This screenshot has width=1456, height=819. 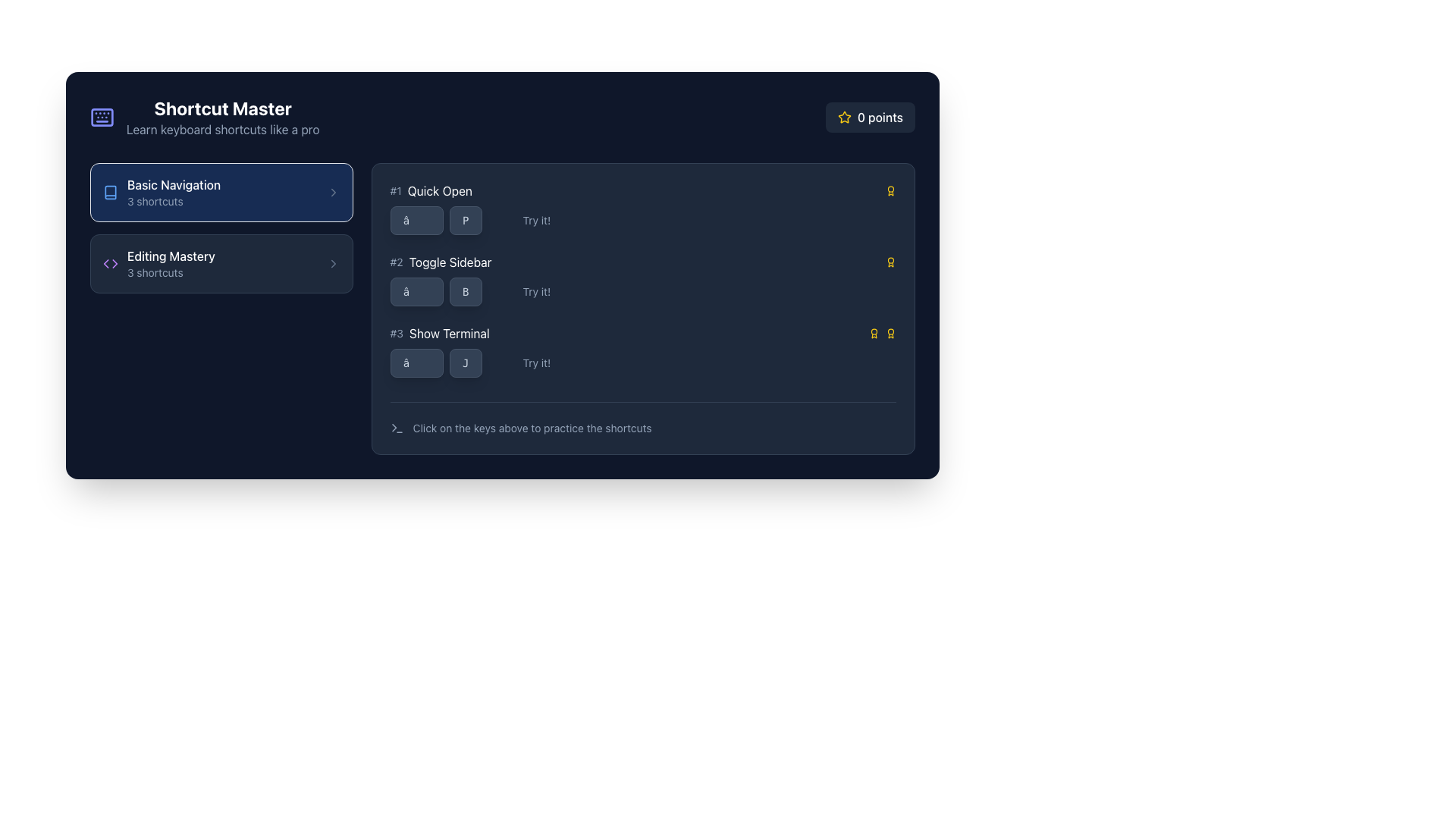 What do you see at coordinates (101, 116) in the screenshot?
I see `the rectangular base of the keyboard illustration, which is part of an SVG icon and serves as a visual component without interaction` at bounding box center [101, 116].